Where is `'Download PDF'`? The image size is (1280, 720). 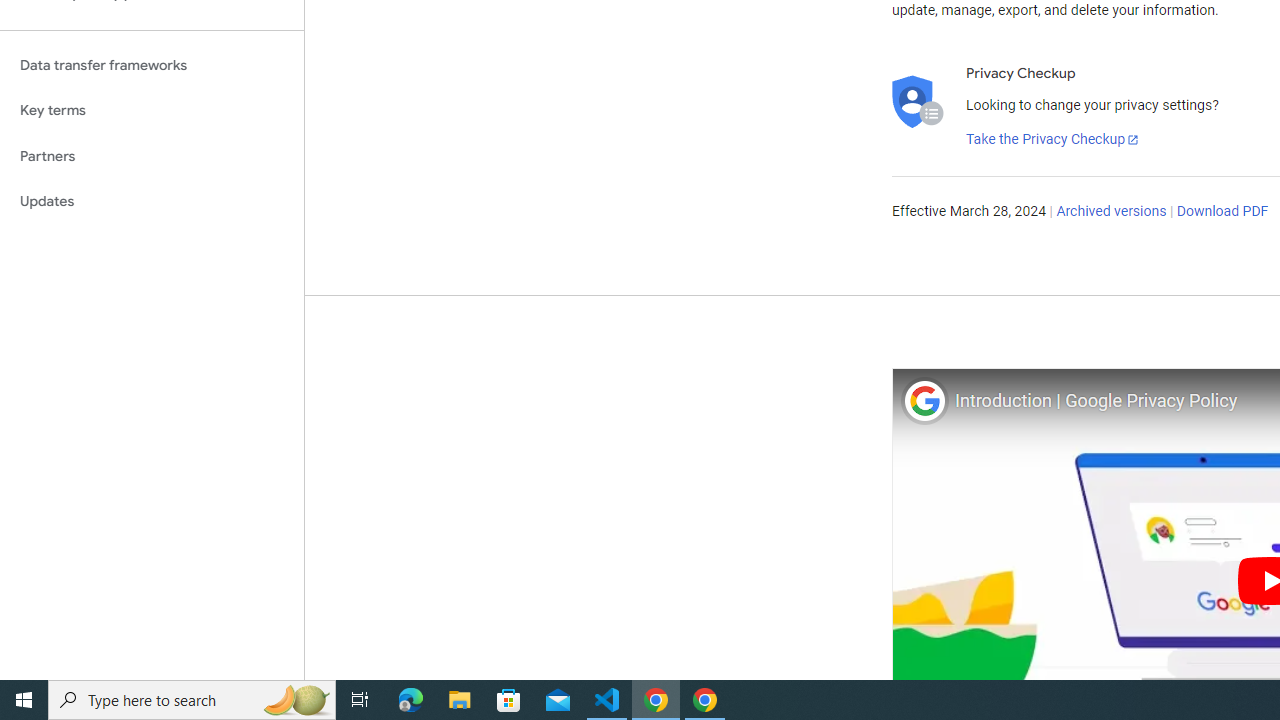
'Download PDF' is located at coordinates (1221, 212).